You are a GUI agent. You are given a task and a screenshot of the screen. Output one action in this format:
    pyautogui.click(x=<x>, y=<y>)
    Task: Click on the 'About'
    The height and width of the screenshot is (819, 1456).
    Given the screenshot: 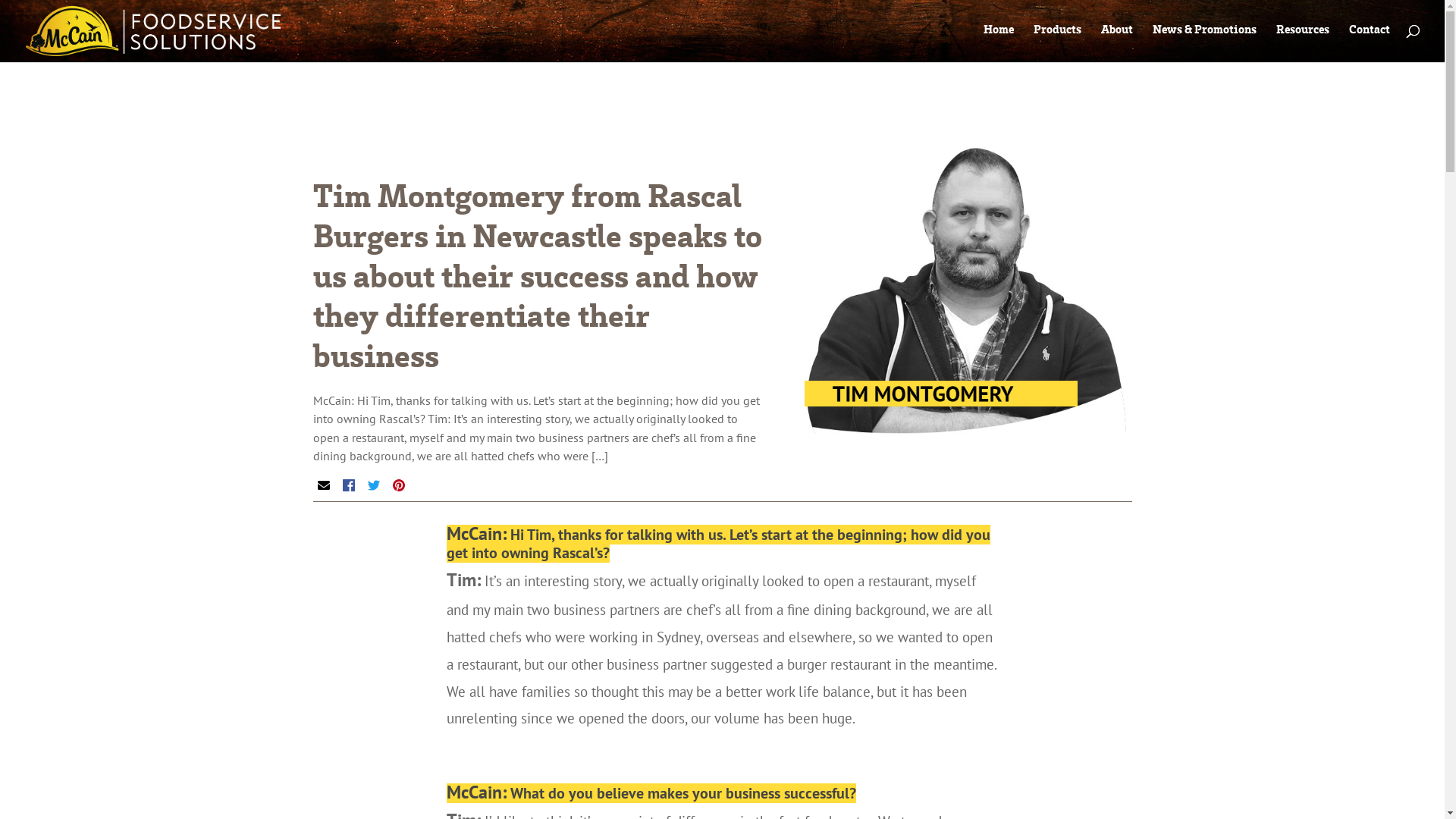 What is the action you would take?
    pyautogui.click(x=1117, y=32)
    